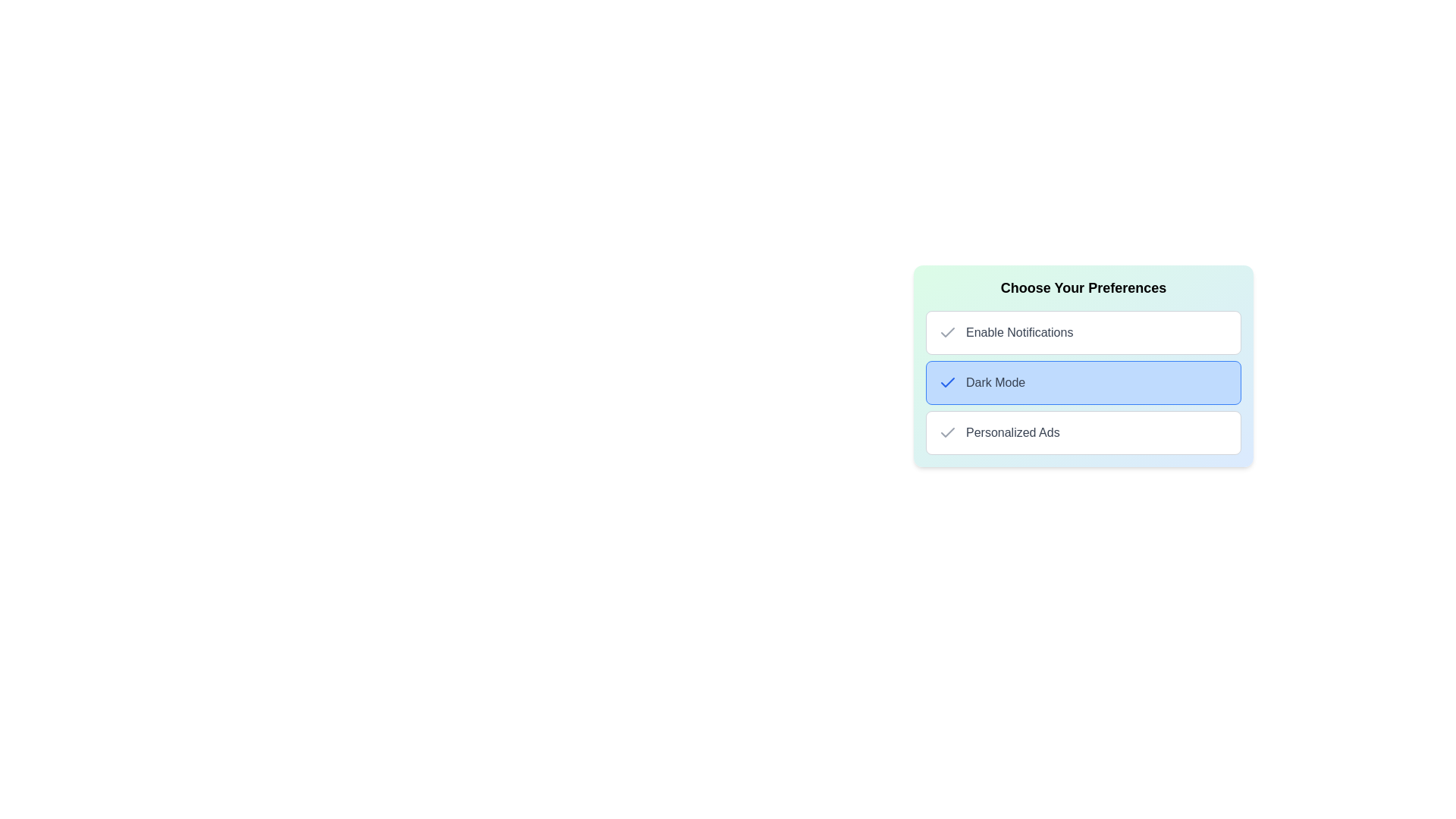 The image size is (1456, 819). I want to click on the section title text that introduces user preferences, located at the center-right of the interface, so click(1083, 288).